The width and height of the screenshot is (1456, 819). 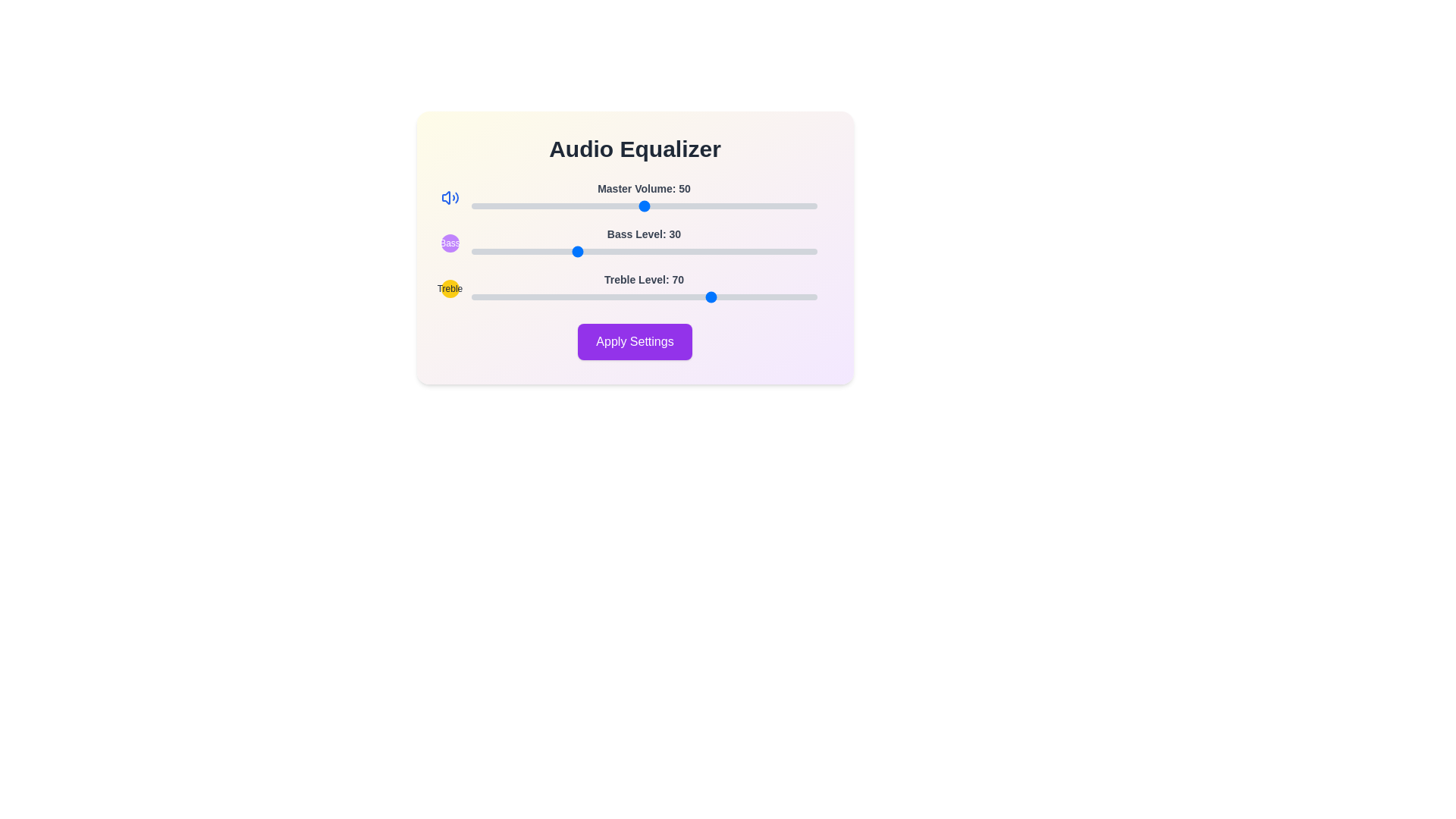 I want to click on the slider control labeled 'Bass Level: 30', so click(x=635, y=242).